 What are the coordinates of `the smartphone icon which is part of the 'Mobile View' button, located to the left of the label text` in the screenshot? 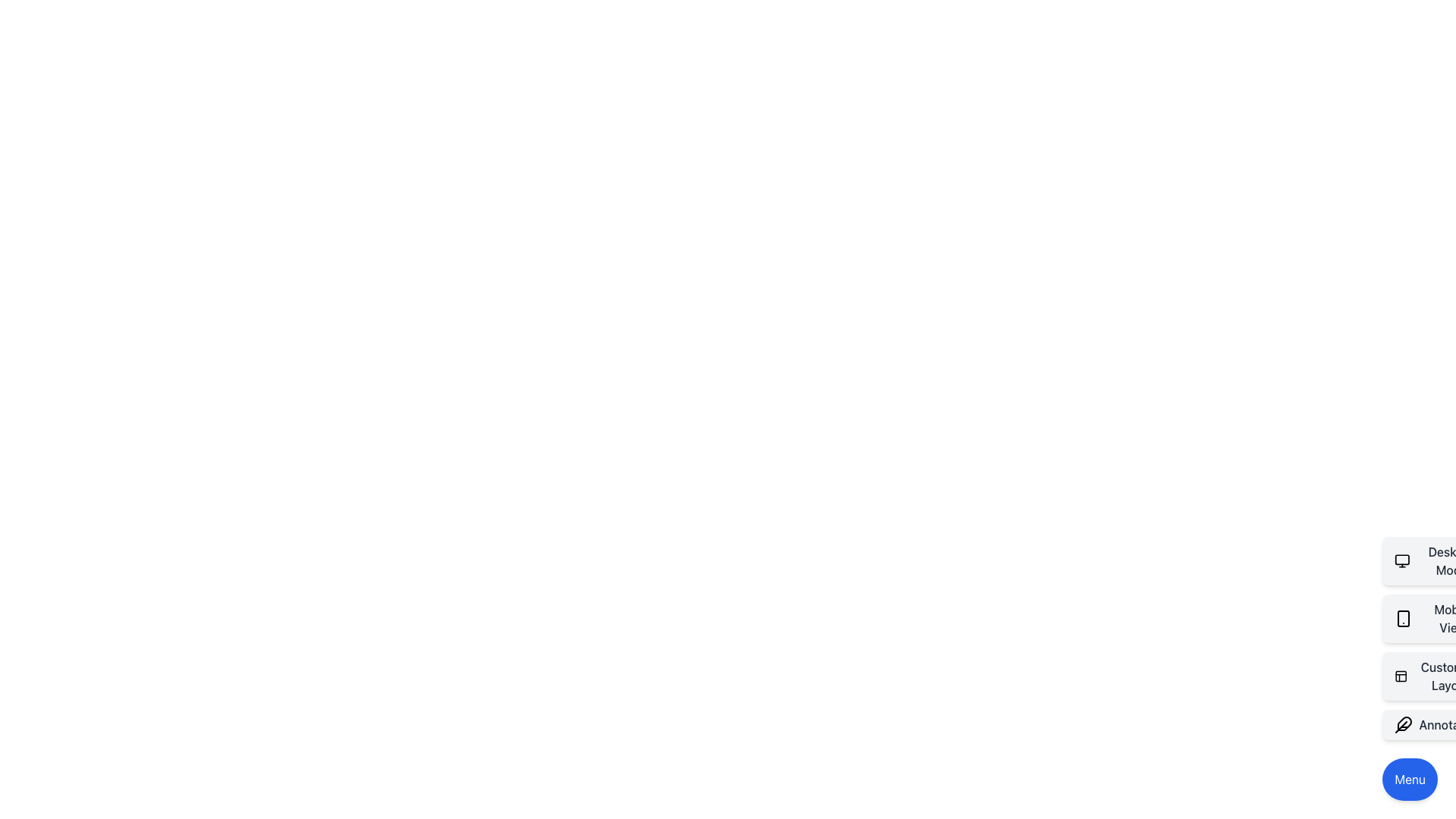 It's located at (1403, 619).